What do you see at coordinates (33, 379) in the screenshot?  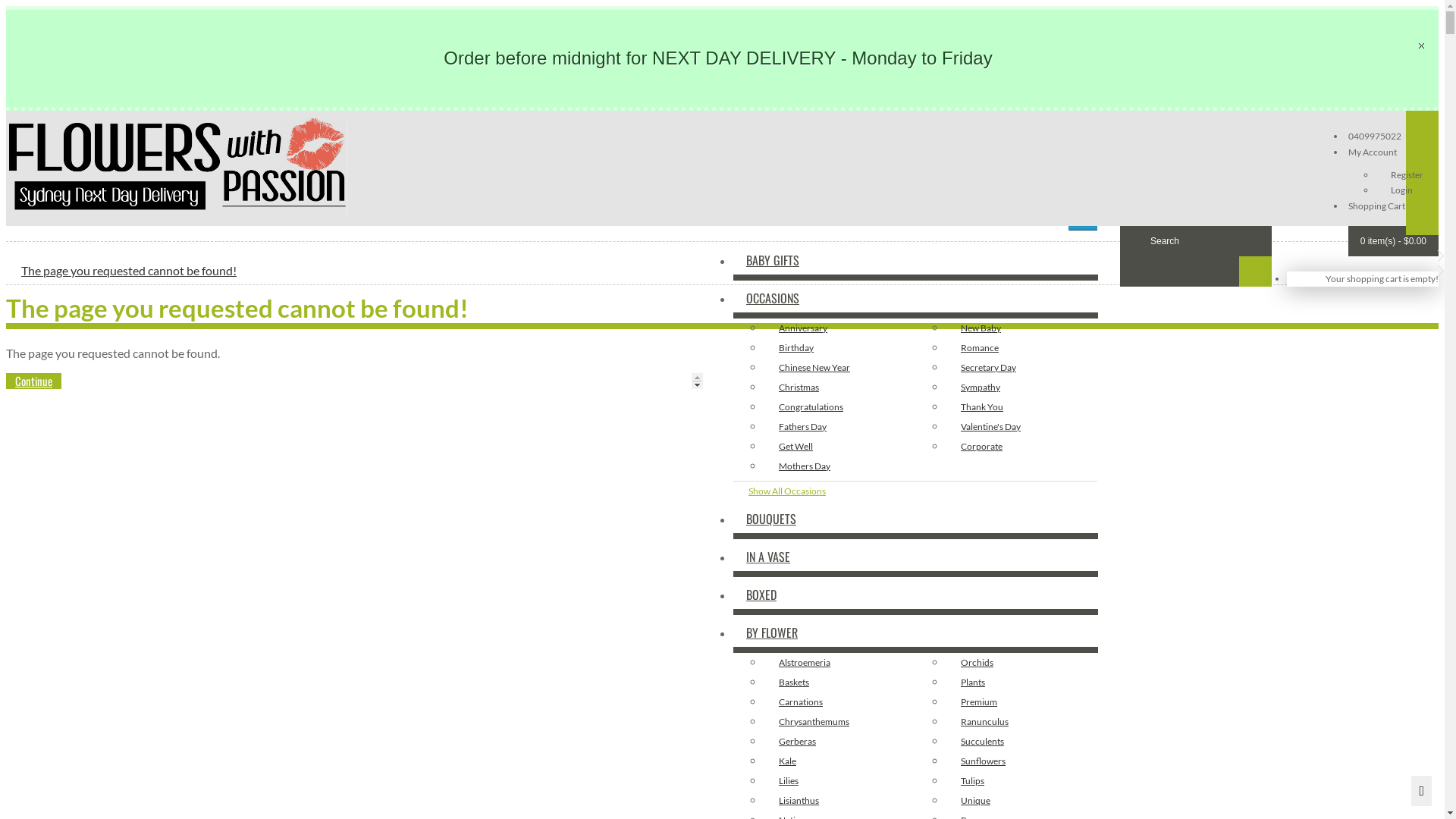 I see `'Continue'` at bounding box center [33, 379].